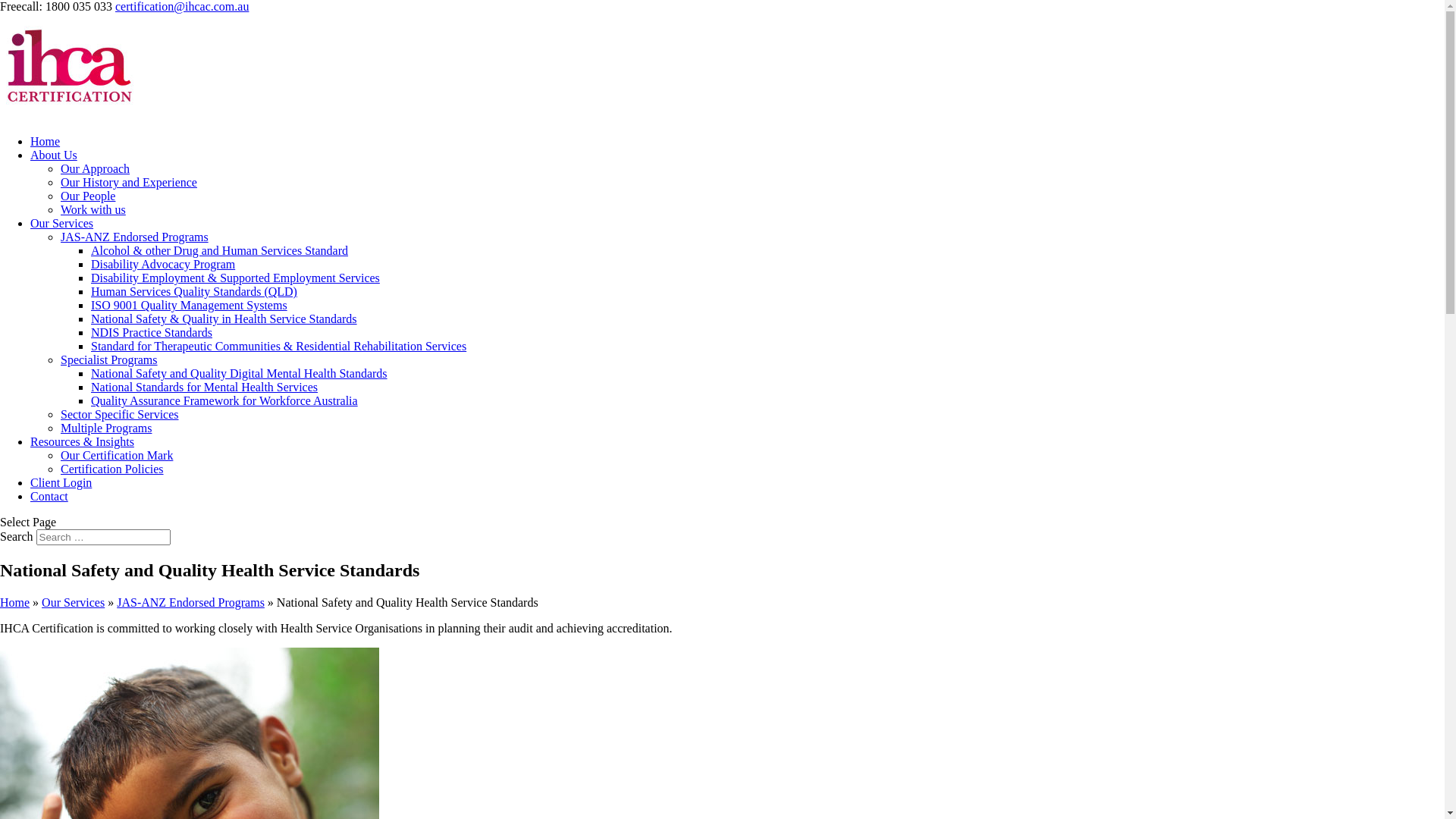  What do you see at coordinates (61, 482) in the screenshot?
I see `'Client Login'` at bounding box center [61, 482].